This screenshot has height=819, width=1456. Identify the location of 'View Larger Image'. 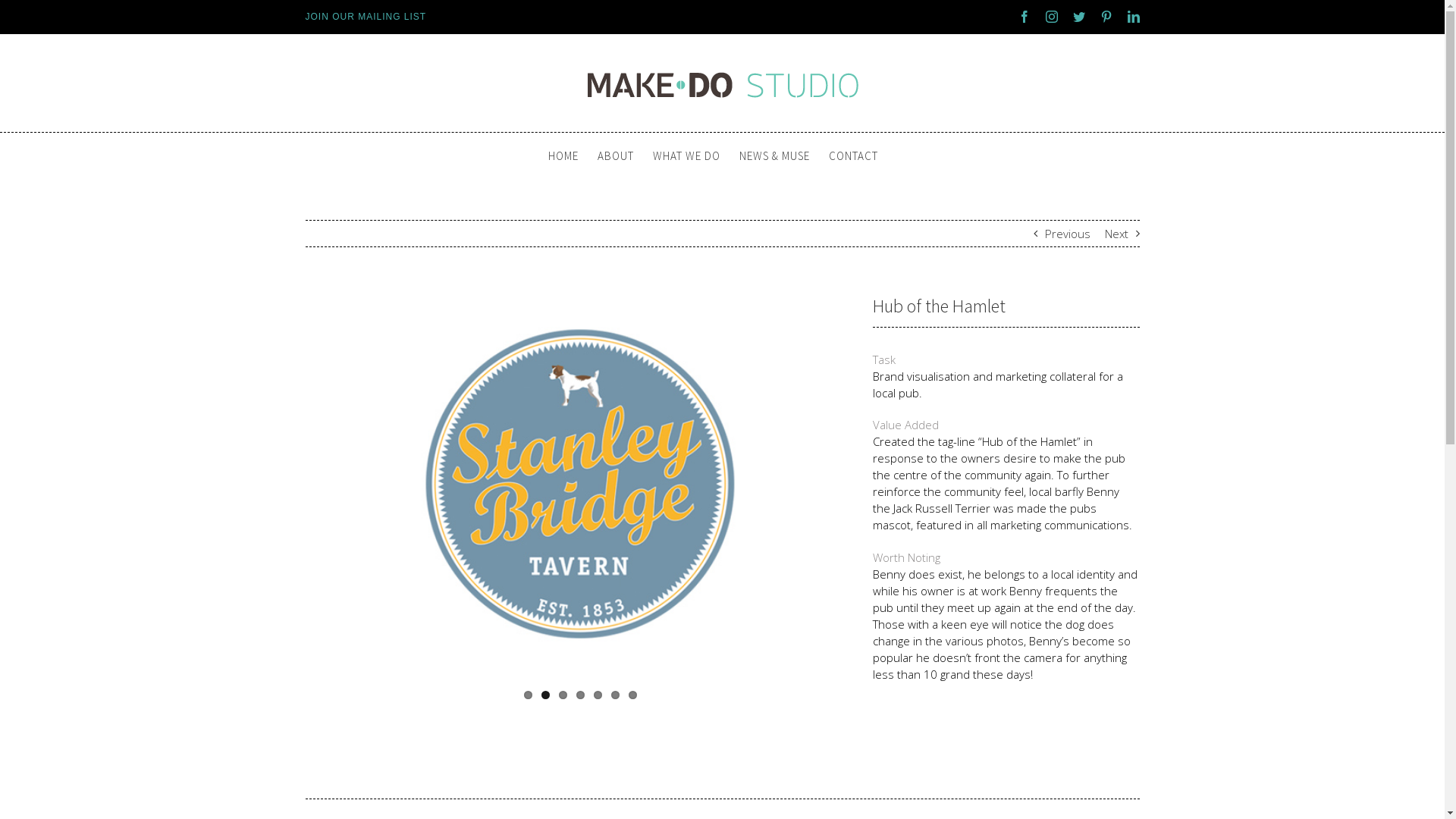
(579, 500).